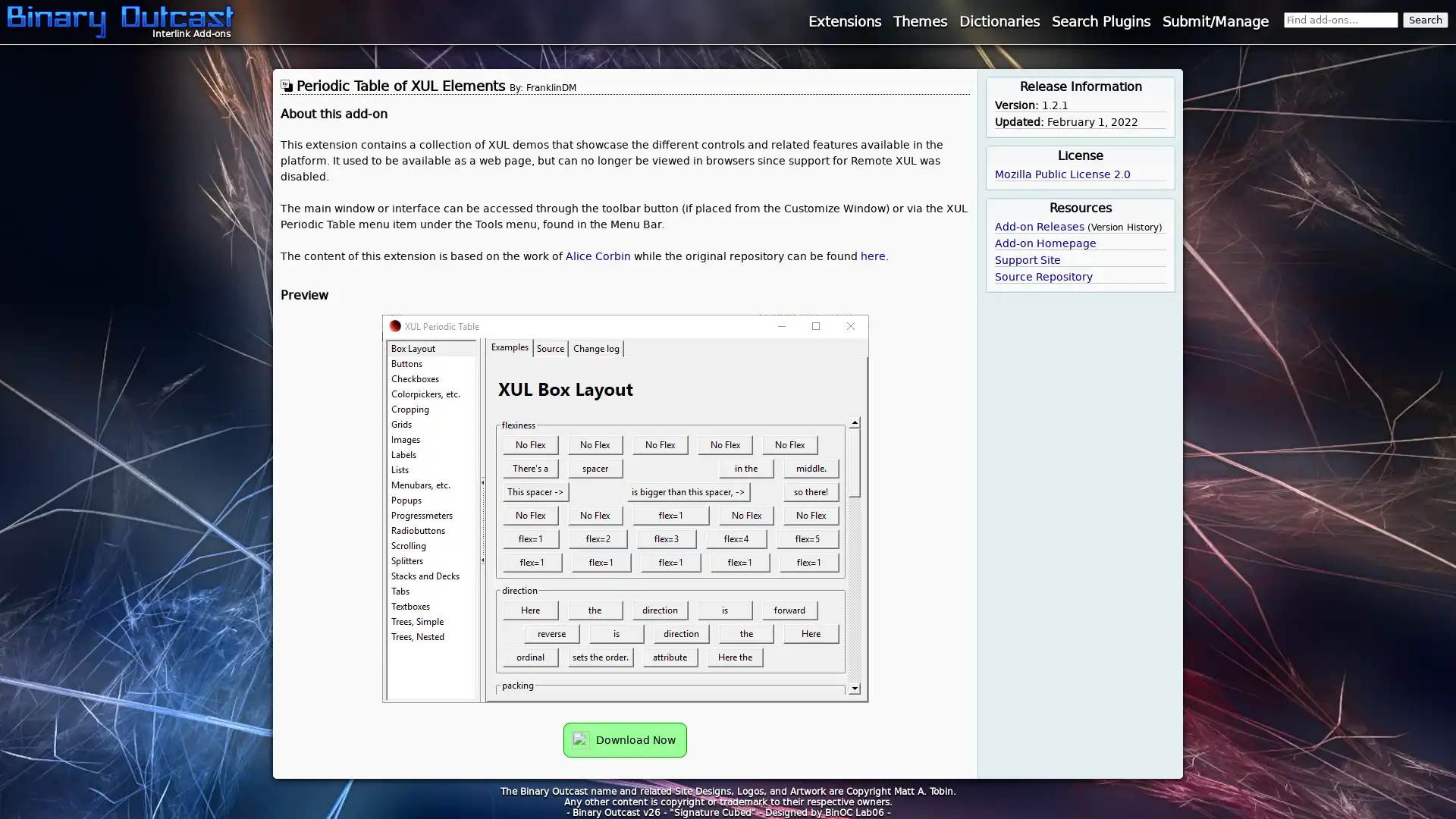 This screenshot has height=819, width=1456. I want to click on Search, so click(1425, 20).